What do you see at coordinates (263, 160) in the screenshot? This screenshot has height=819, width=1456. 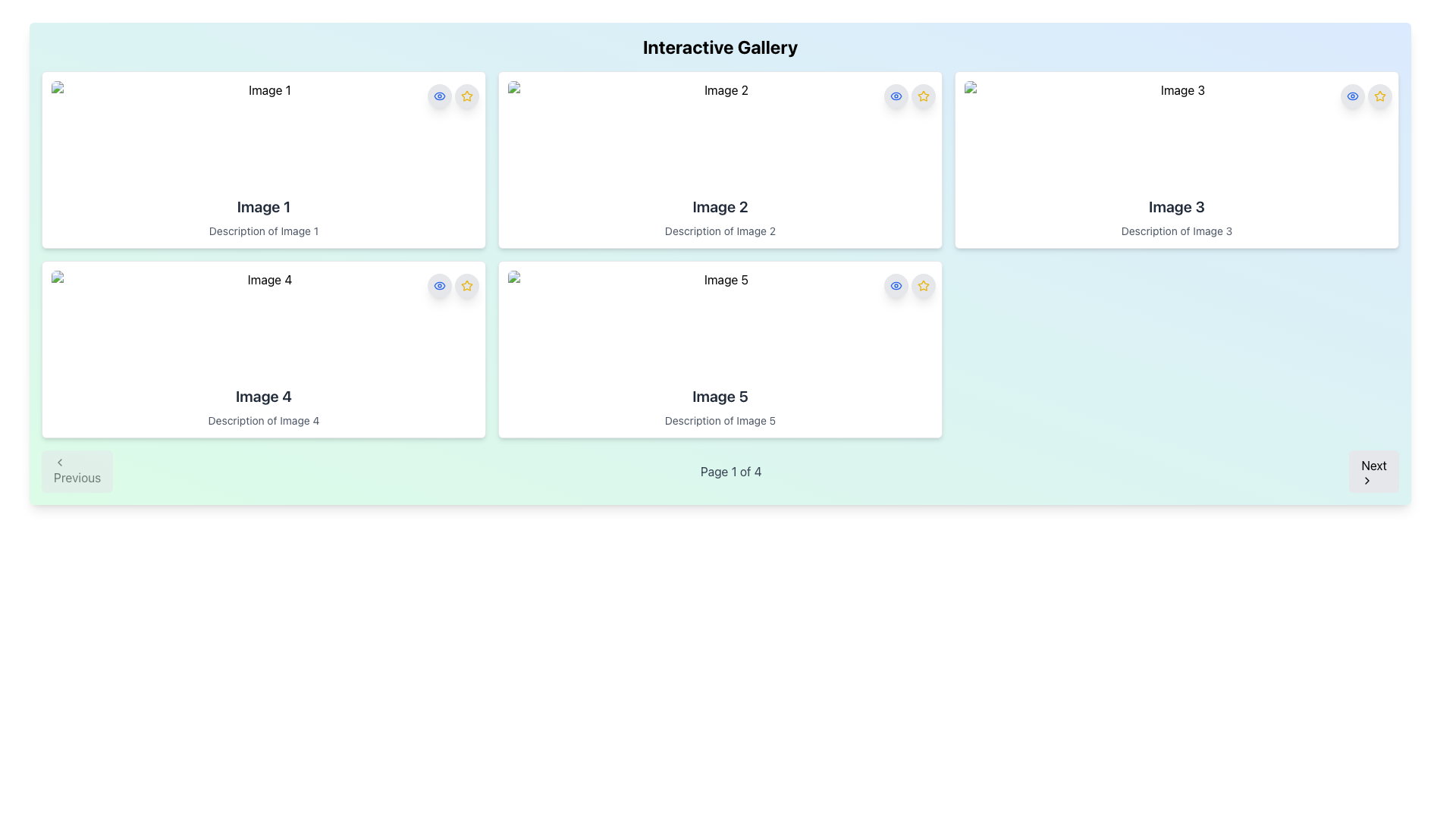 I see `the first Card element in the gallery grid` at bounding box center [263, 160].